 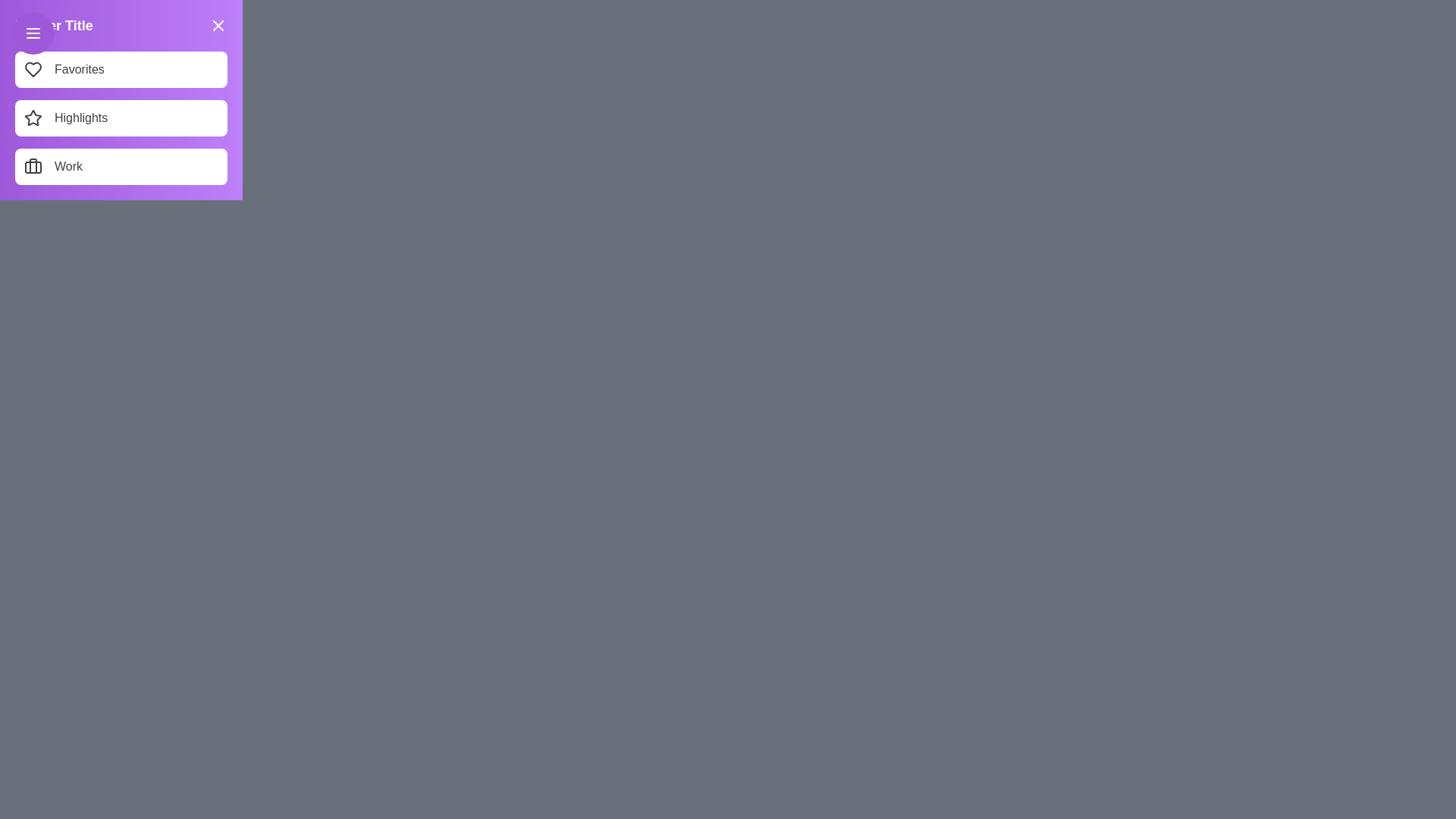 What do you see at coordinates (33, 117) in the screenshot?
I see `the SVG star icon with a black outline located to the left of the text label 'Highlights', which is the first visual component of the second entry in a vertical list of options` at bounding box center [33, 117].